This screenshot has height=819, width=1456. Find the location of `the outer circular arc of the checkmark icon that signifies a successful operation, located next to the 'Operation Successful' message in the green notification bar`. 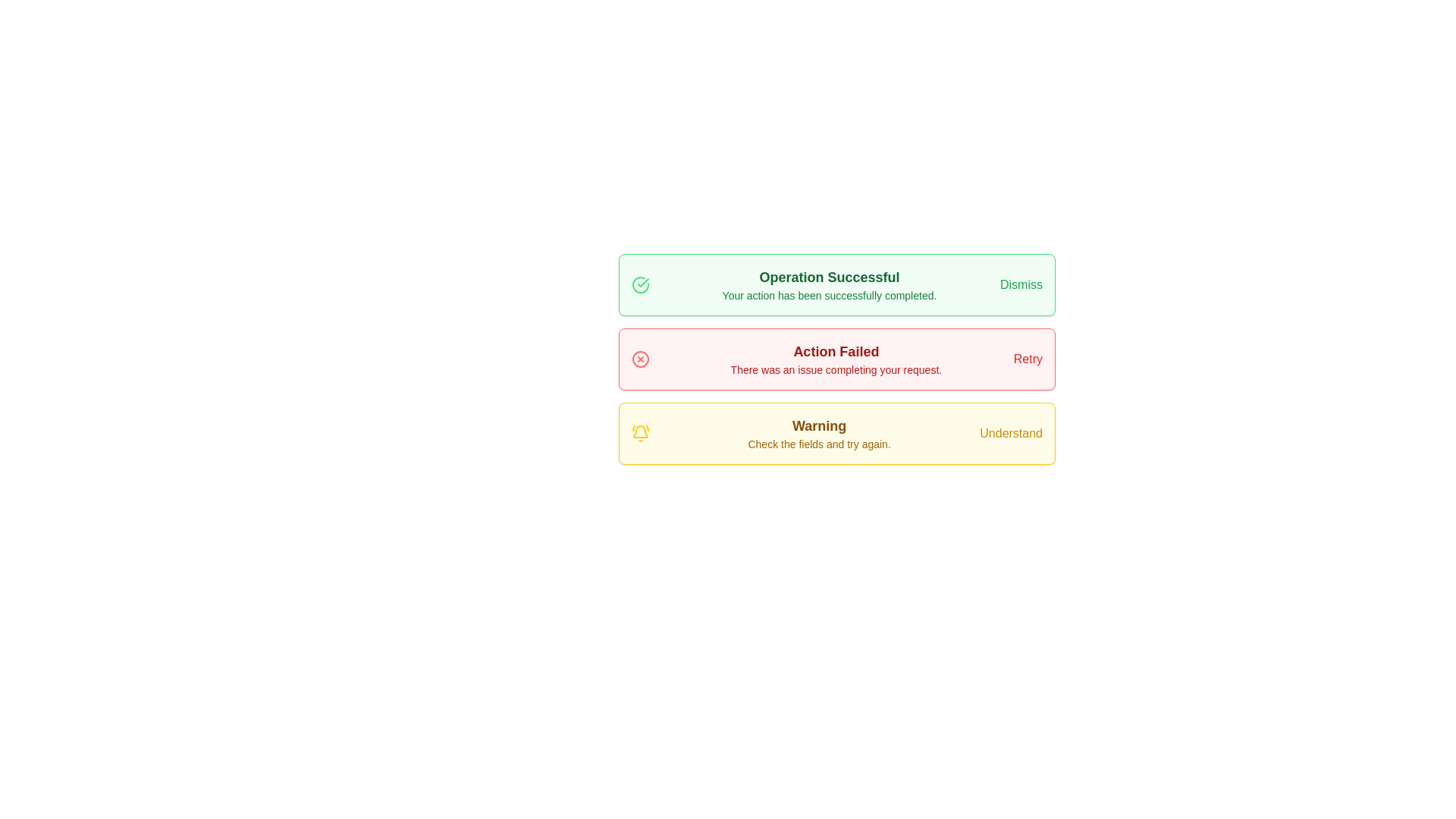

the outer circular arc of the checkmark icon that signifies a successful operation, located next to the 'Operation Successful' message in the green notification bar is located at coordinates (640, 284).